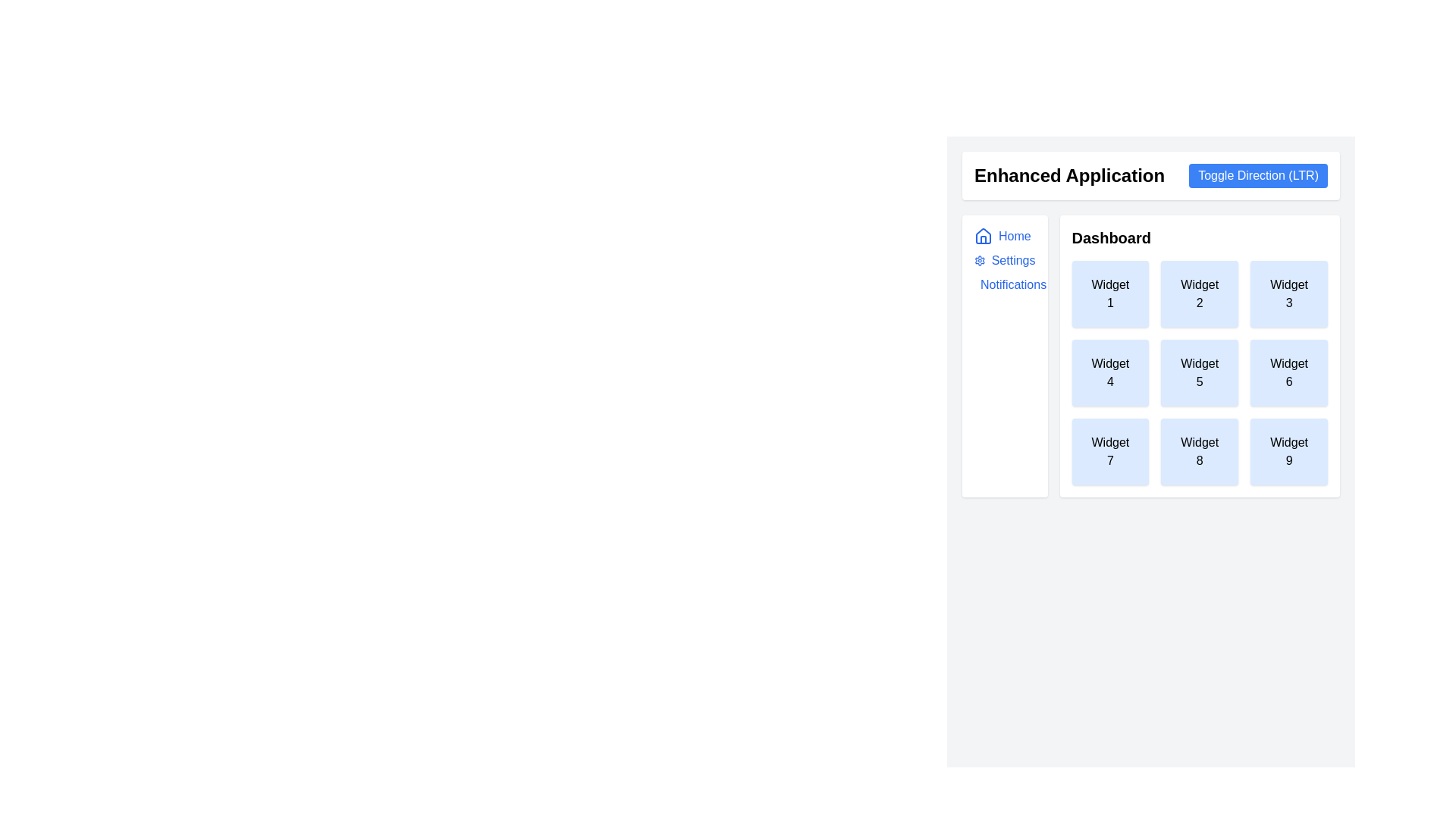 Image resolution: width=1456 pixels, height=819 pixels. Describe the element at coordinates (1005, 284) in the screenshot. I see `the third navigational link in the vertical menu, located below the 'Settings' item` at that location.